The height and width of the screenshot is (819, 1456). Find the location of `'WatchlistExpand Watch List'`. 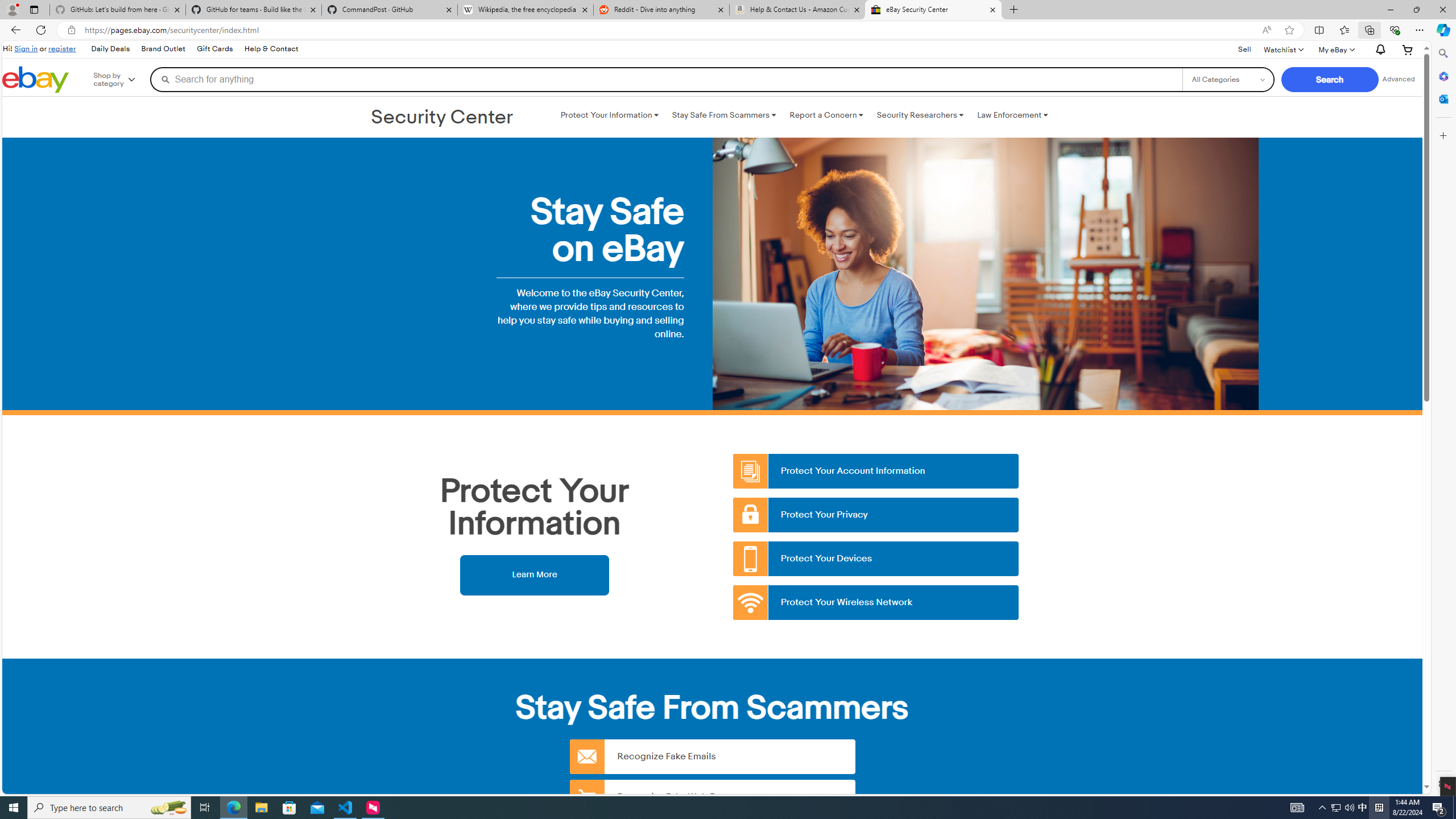

'WatchlistExpand Watch List' is located at coordinates (1283, 49).